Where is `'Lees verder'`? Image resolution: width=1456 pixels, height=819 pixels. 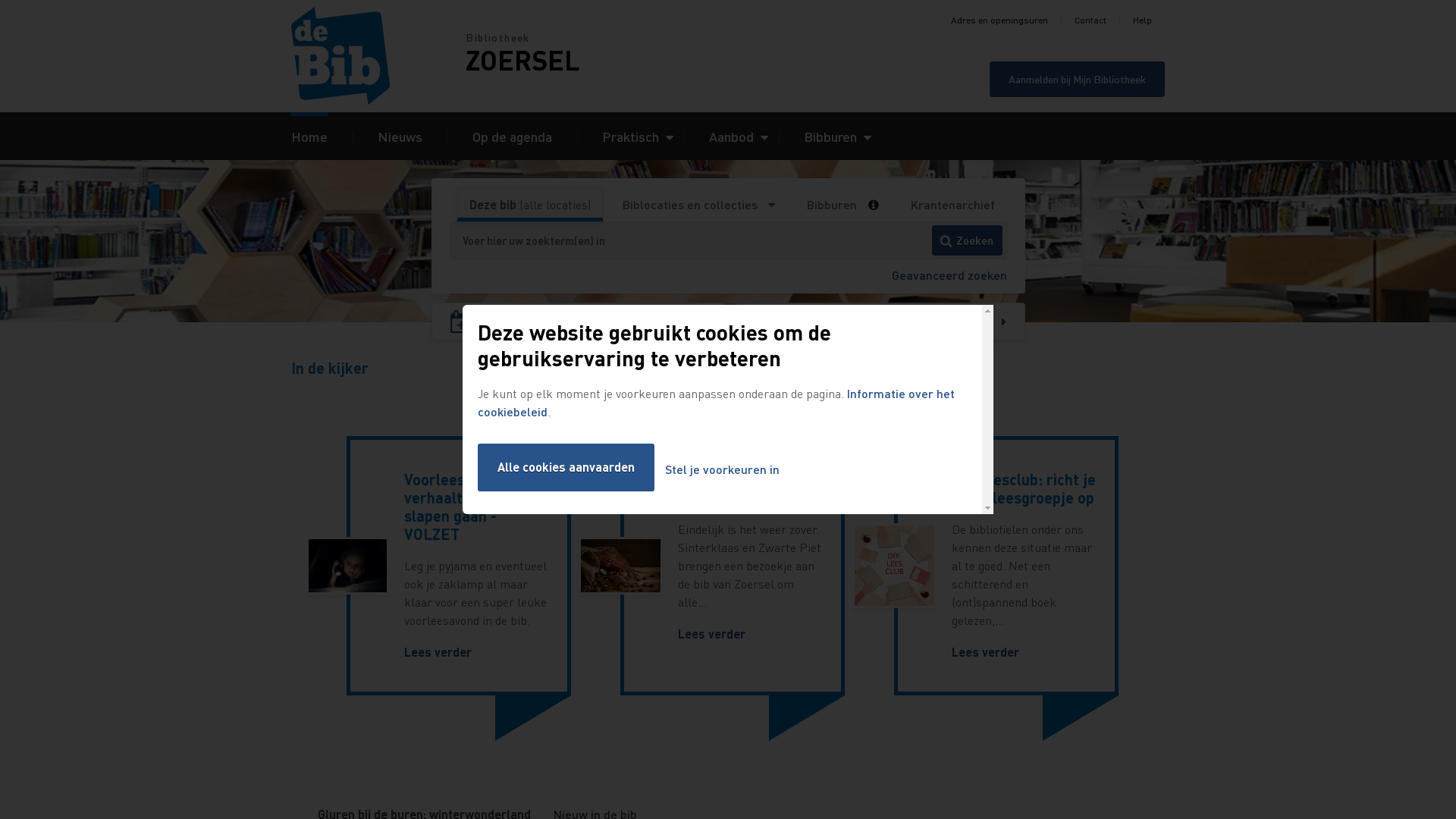
'Lees verder' is located at coordinates (437, 651).